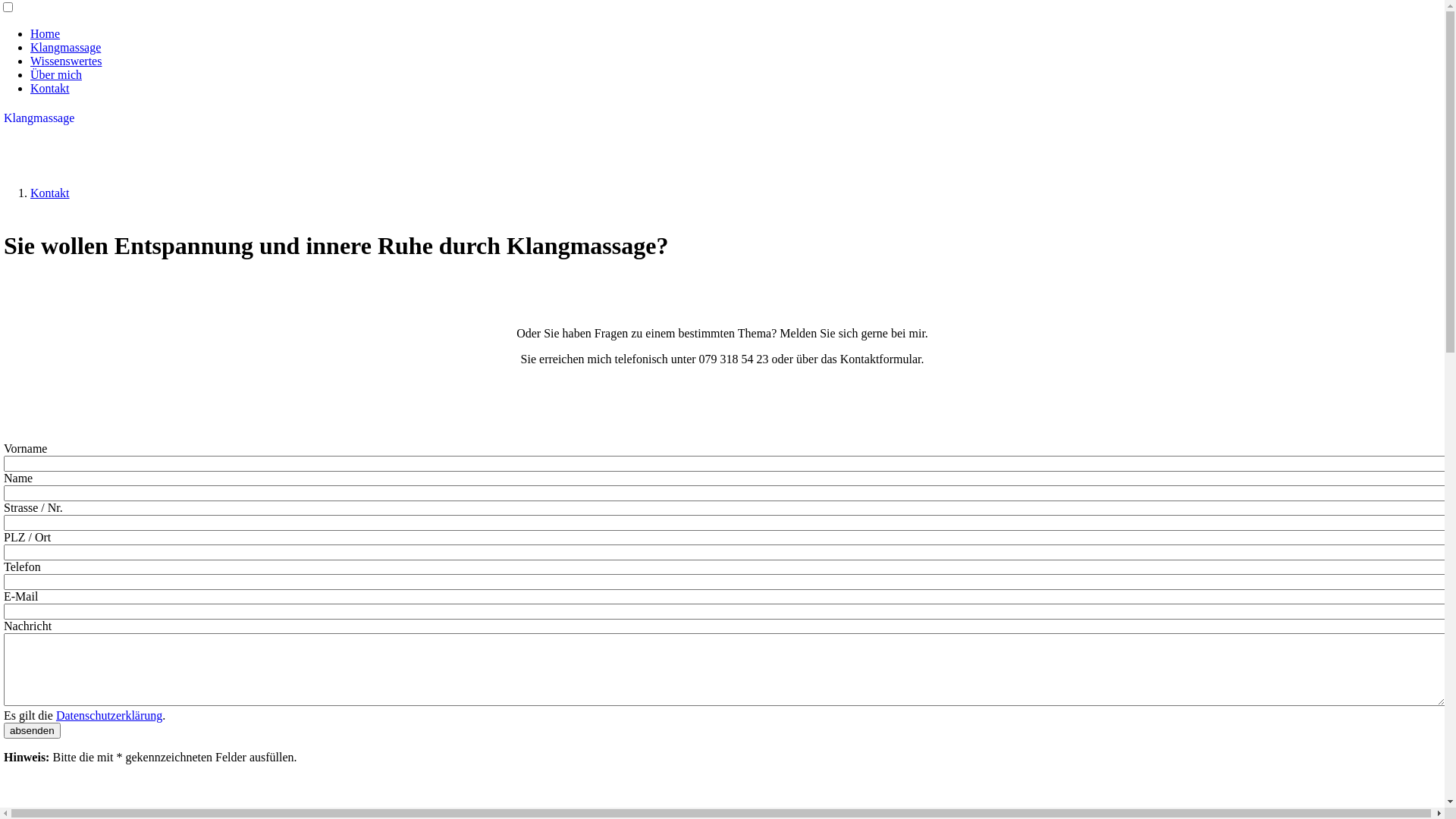  What do you see at coordinates (64, 60) in the screenshot?
I see `'Wissenswertes'` at bounding box center [64, 60].